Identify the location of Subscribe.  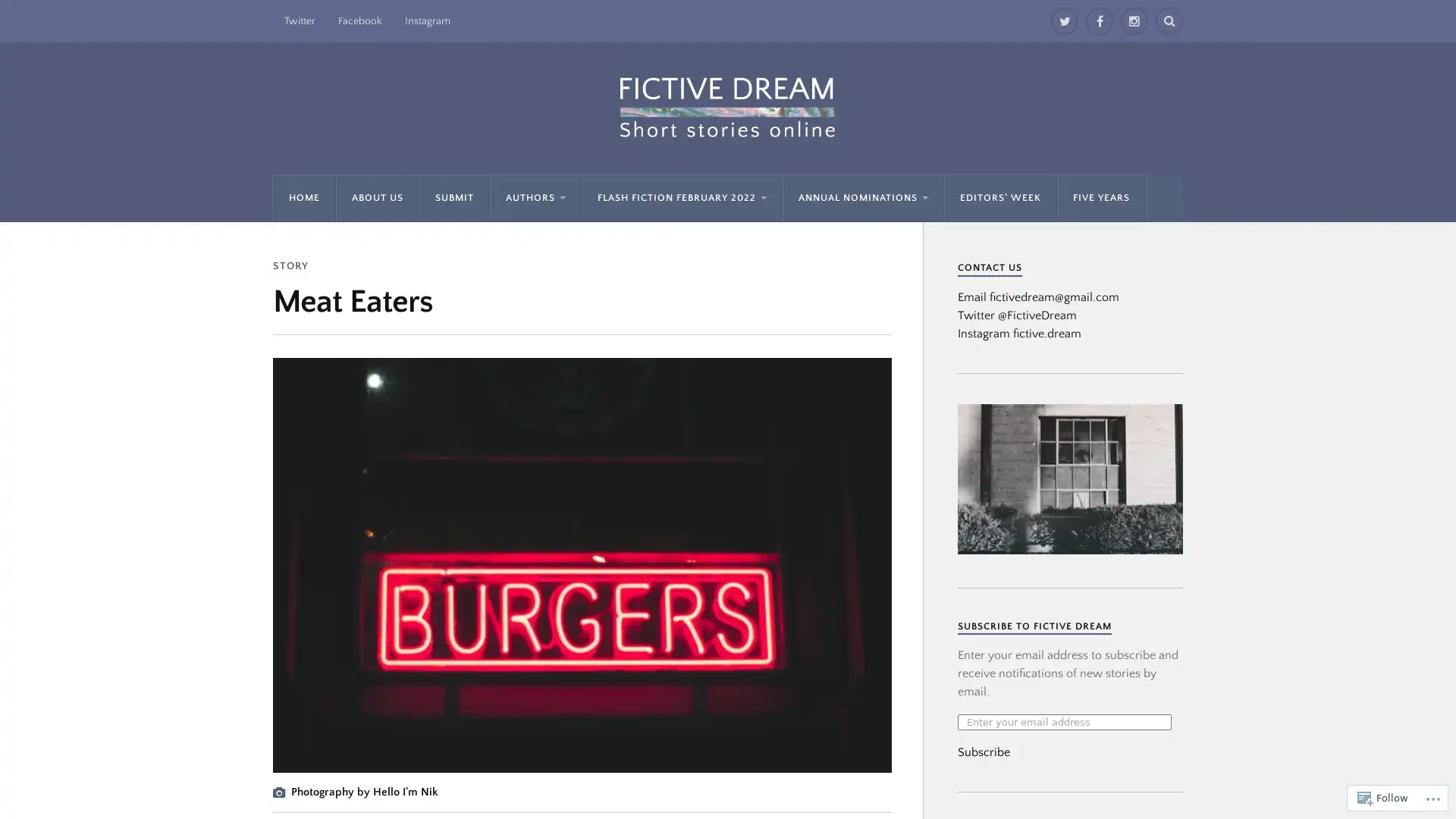
(984, 752).